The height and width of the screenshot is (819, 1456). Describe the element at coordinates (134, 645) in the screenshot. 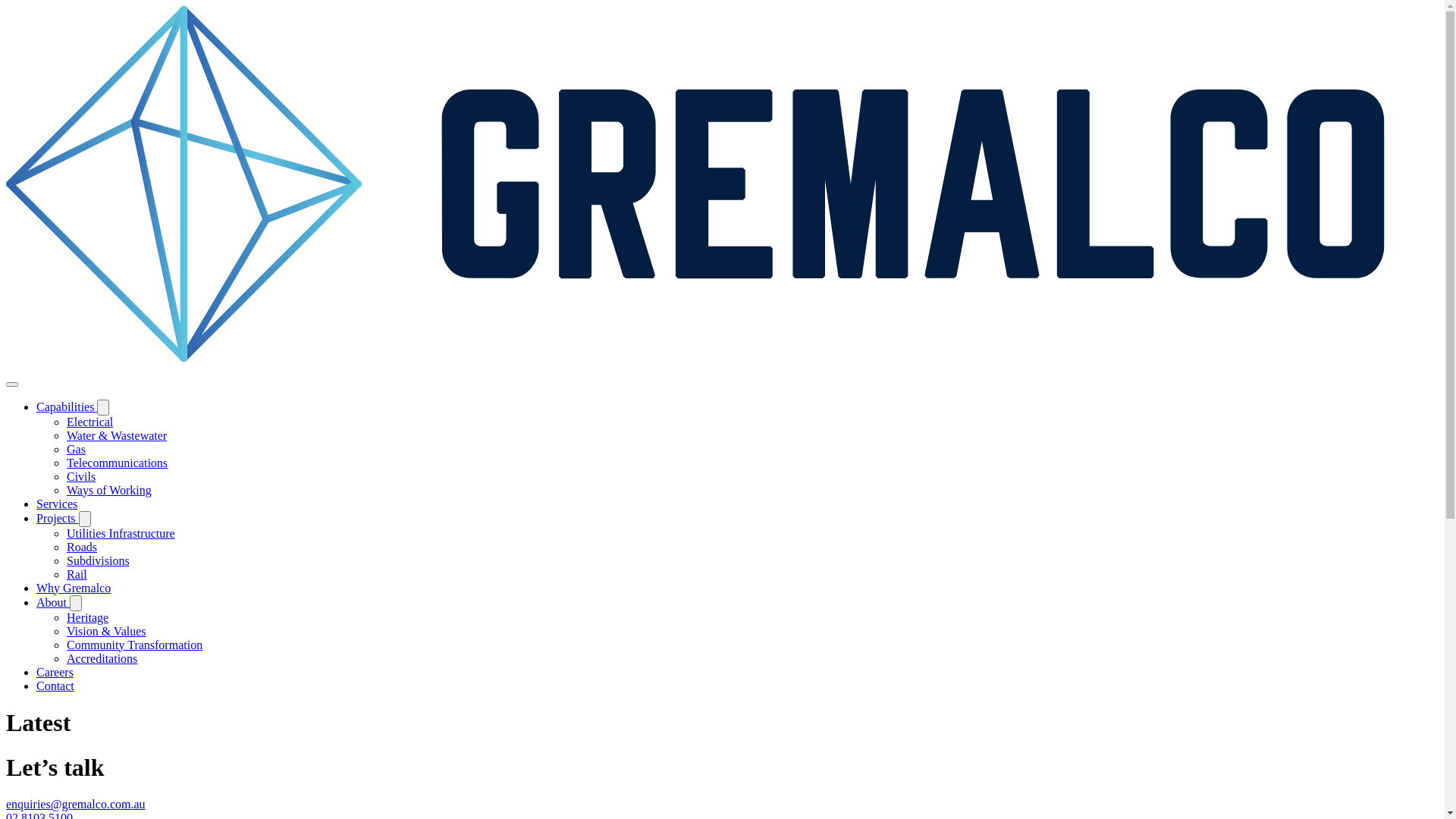

I see `'Community Transformation'` at that location.